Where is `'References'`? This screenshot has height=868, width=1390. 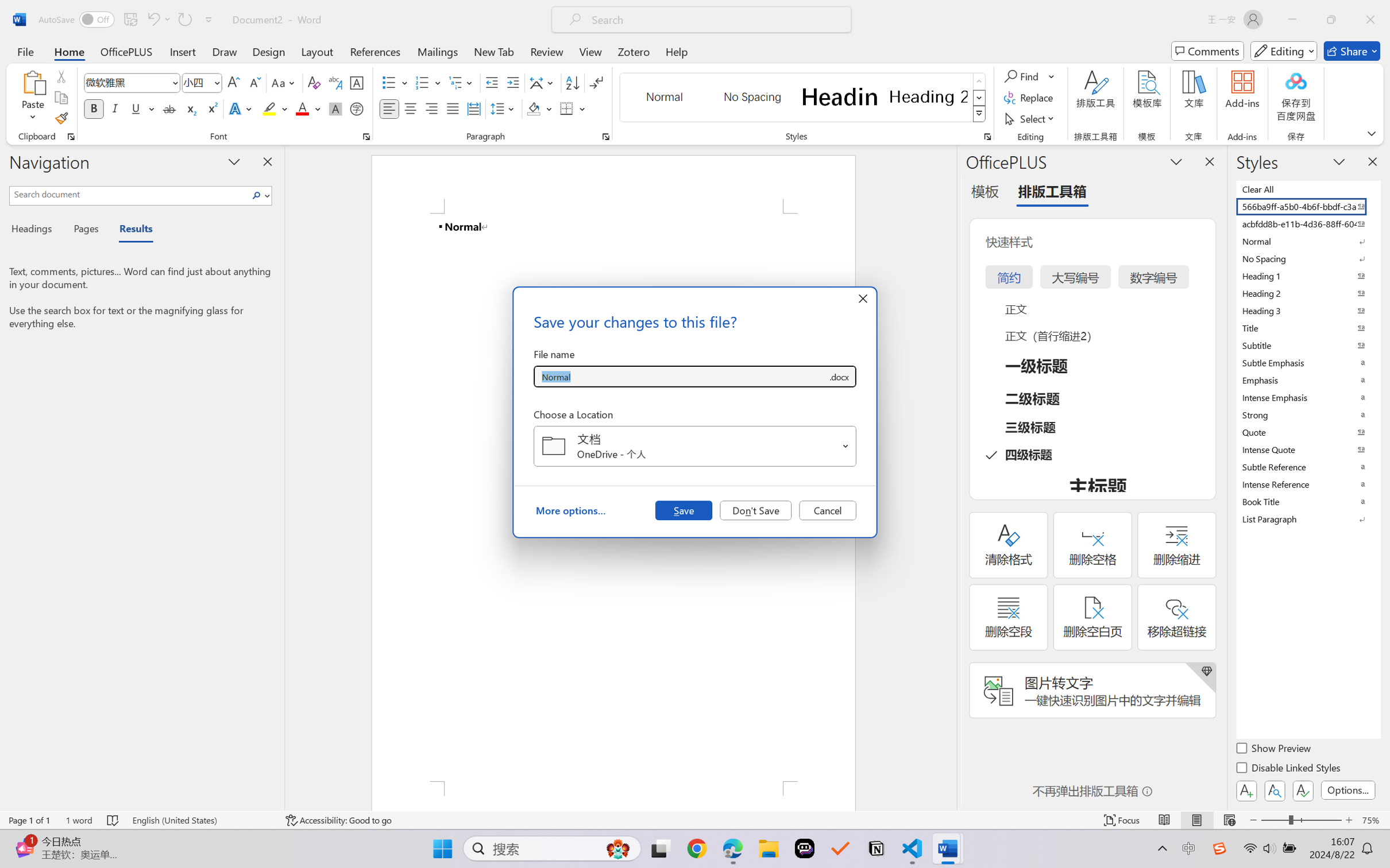 'References' is located at coordinates (375, 51).